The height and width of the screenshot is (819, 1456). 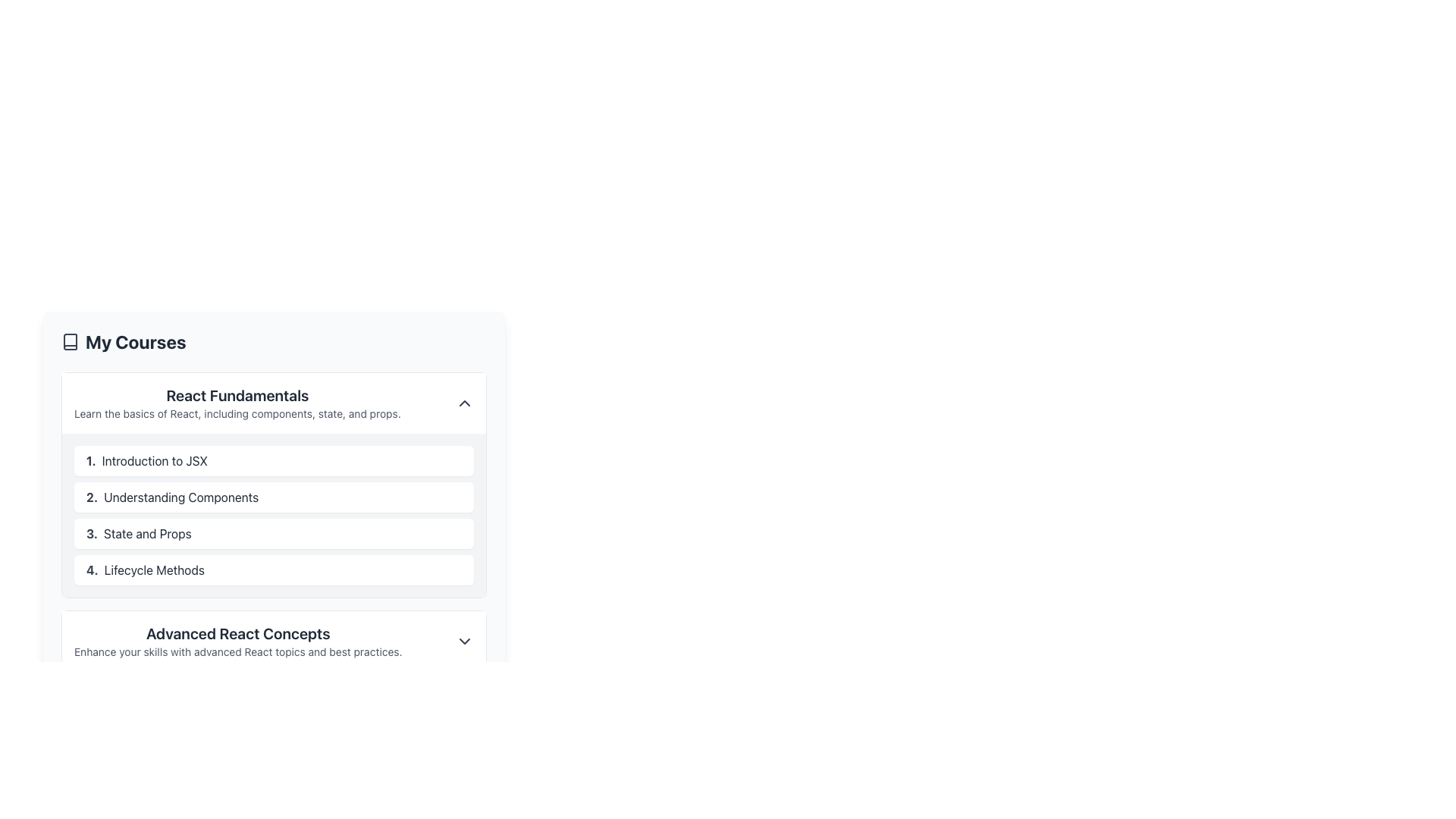 I want to click on listed topics from the textual list item styled with a light gray background, containing numbered items such as '1. Introduction to JSX', '2. Understanding Components', '3. State and Props', and '4. Lifecycle Methods' within the 'React Fundamentals' section, so click(x=274, y=514).